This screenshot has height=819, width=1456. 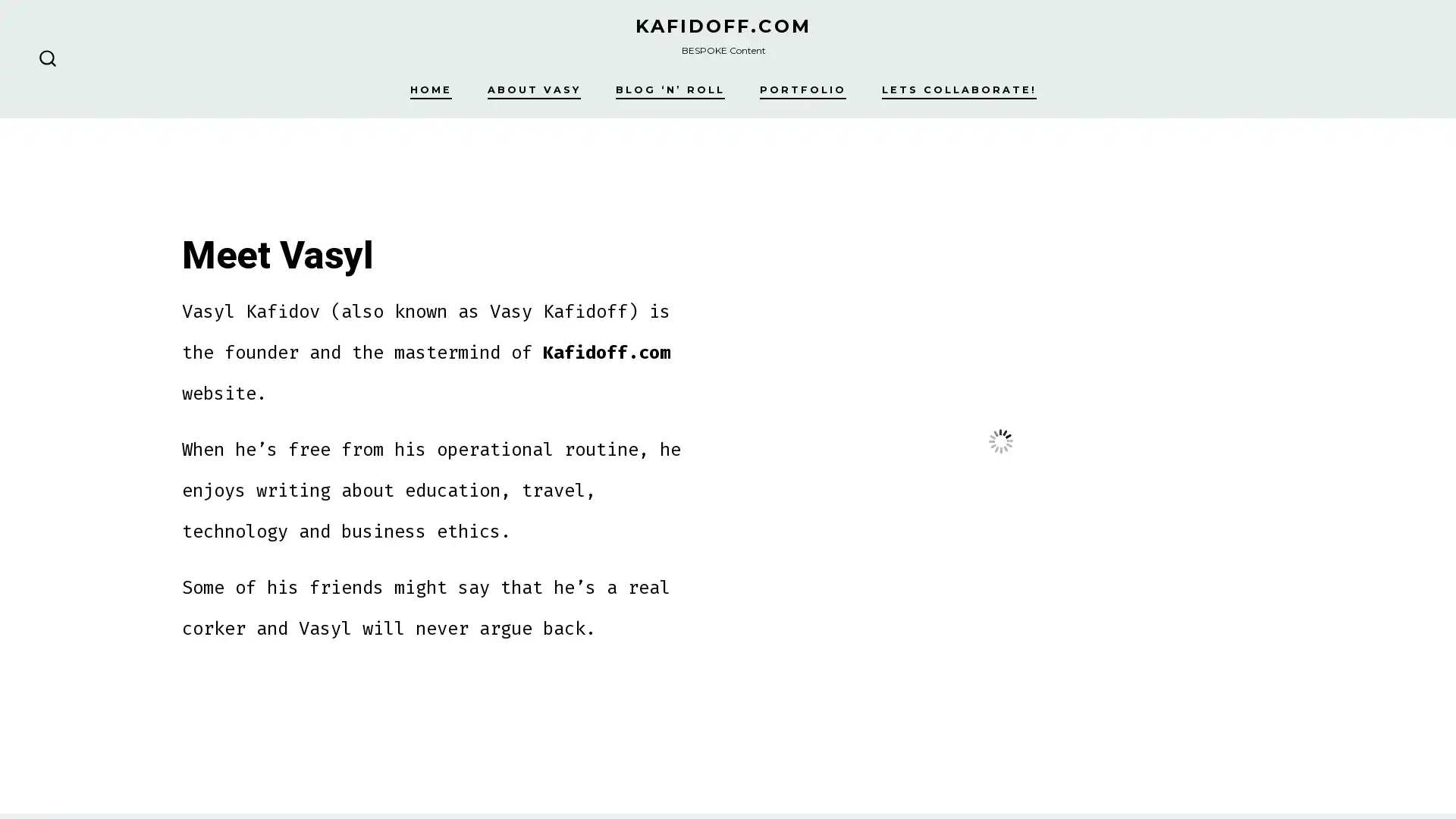 I want to click on SEARCH TOGGLE, so click(x=47, y=58).